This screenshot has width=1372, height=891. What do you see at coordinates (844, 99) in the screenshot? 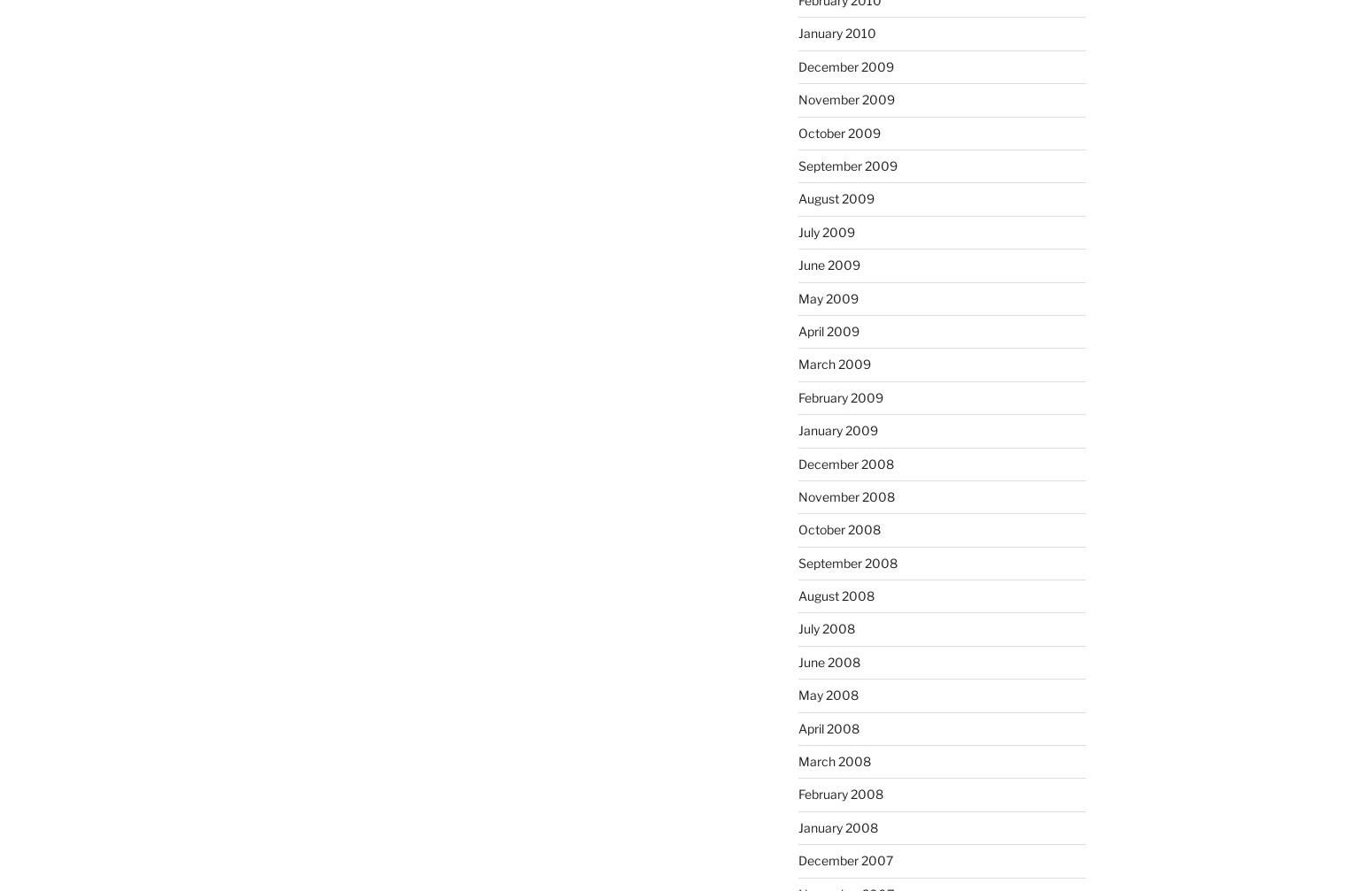
I see `'November 2009'` at bounding box center [844, 99].